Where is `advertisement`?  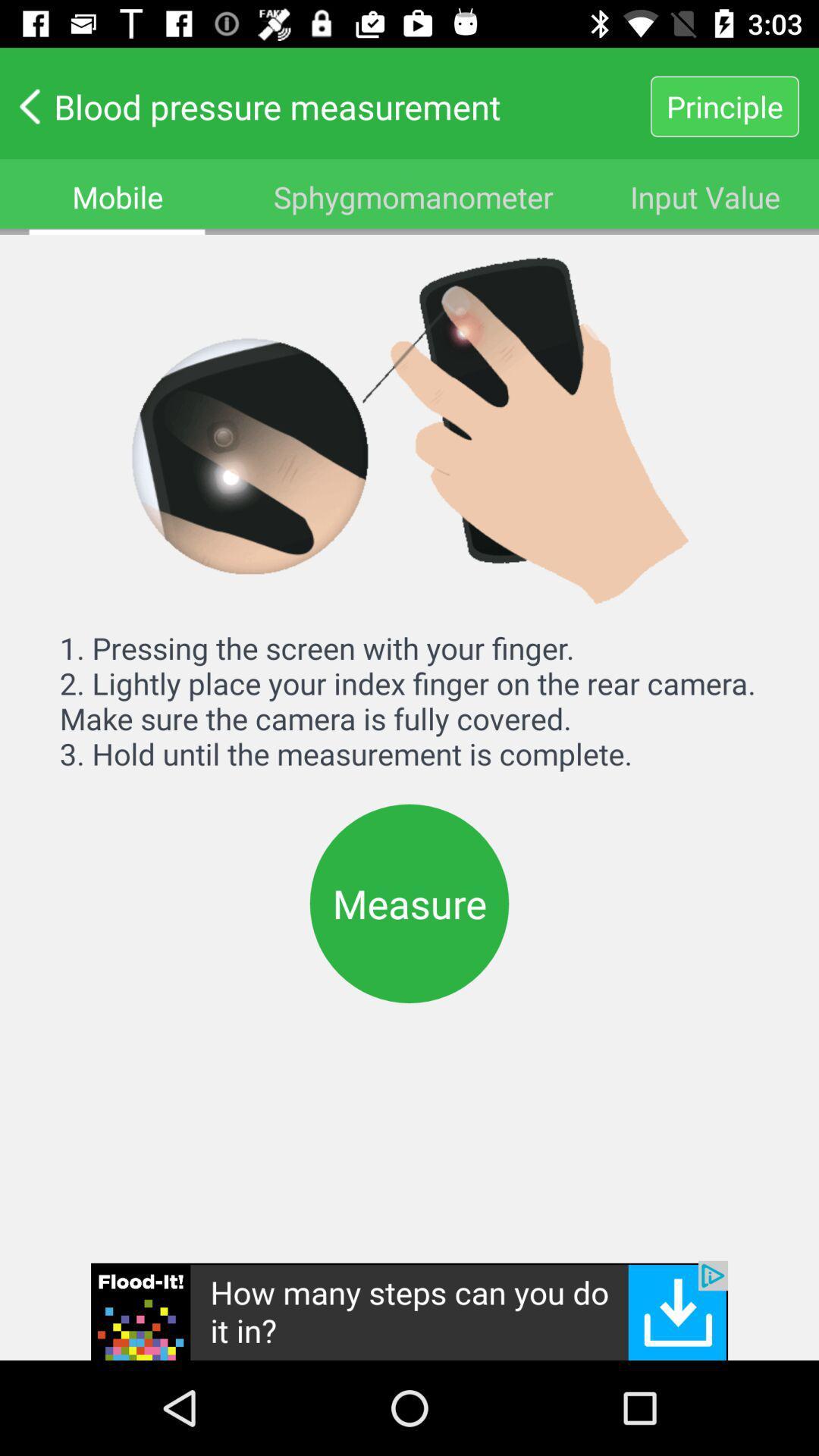
advertisement is located at coordinates (409, 1310).